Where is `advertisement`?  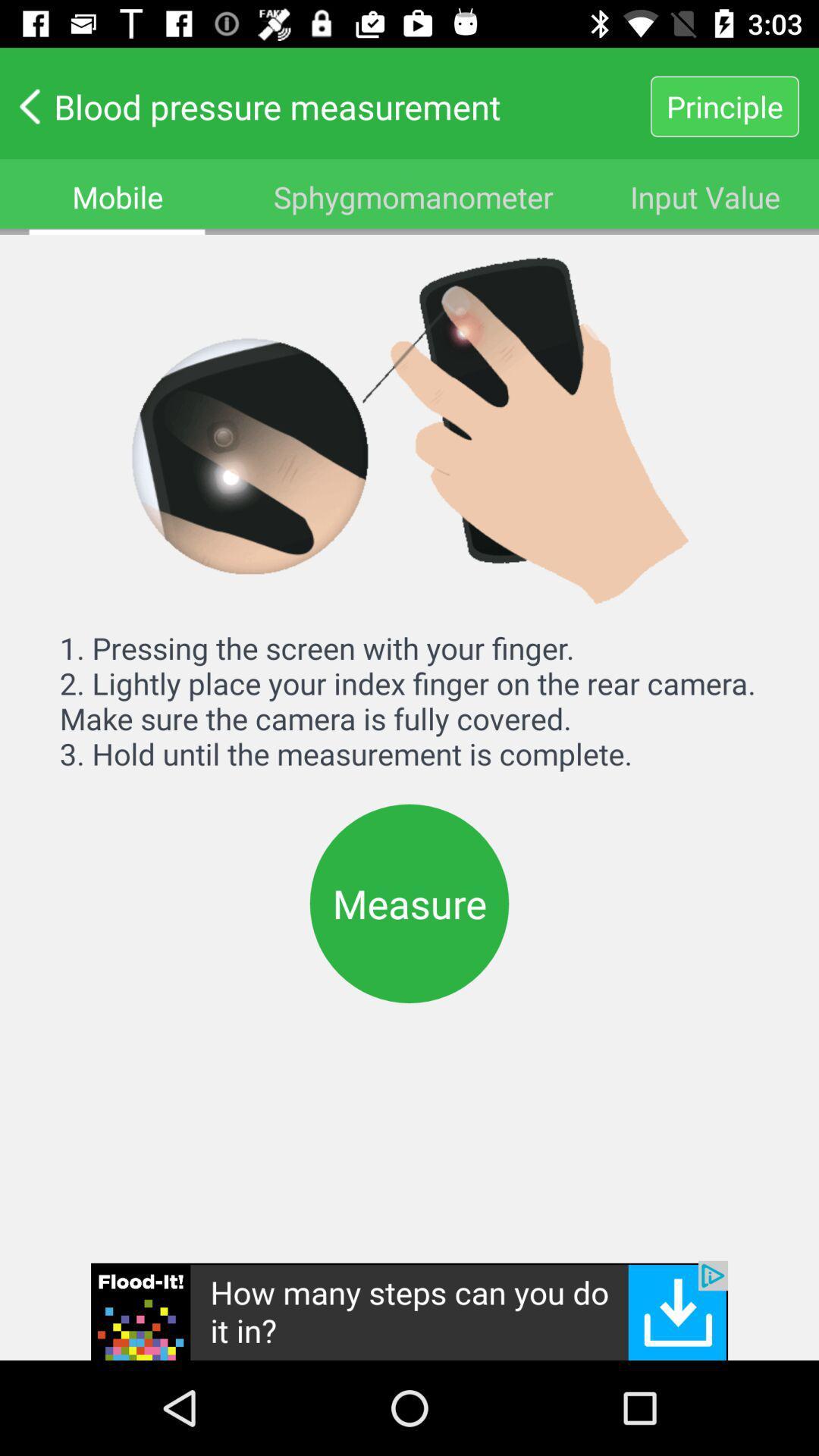
advertisement is located at coordinates (409, 1310).